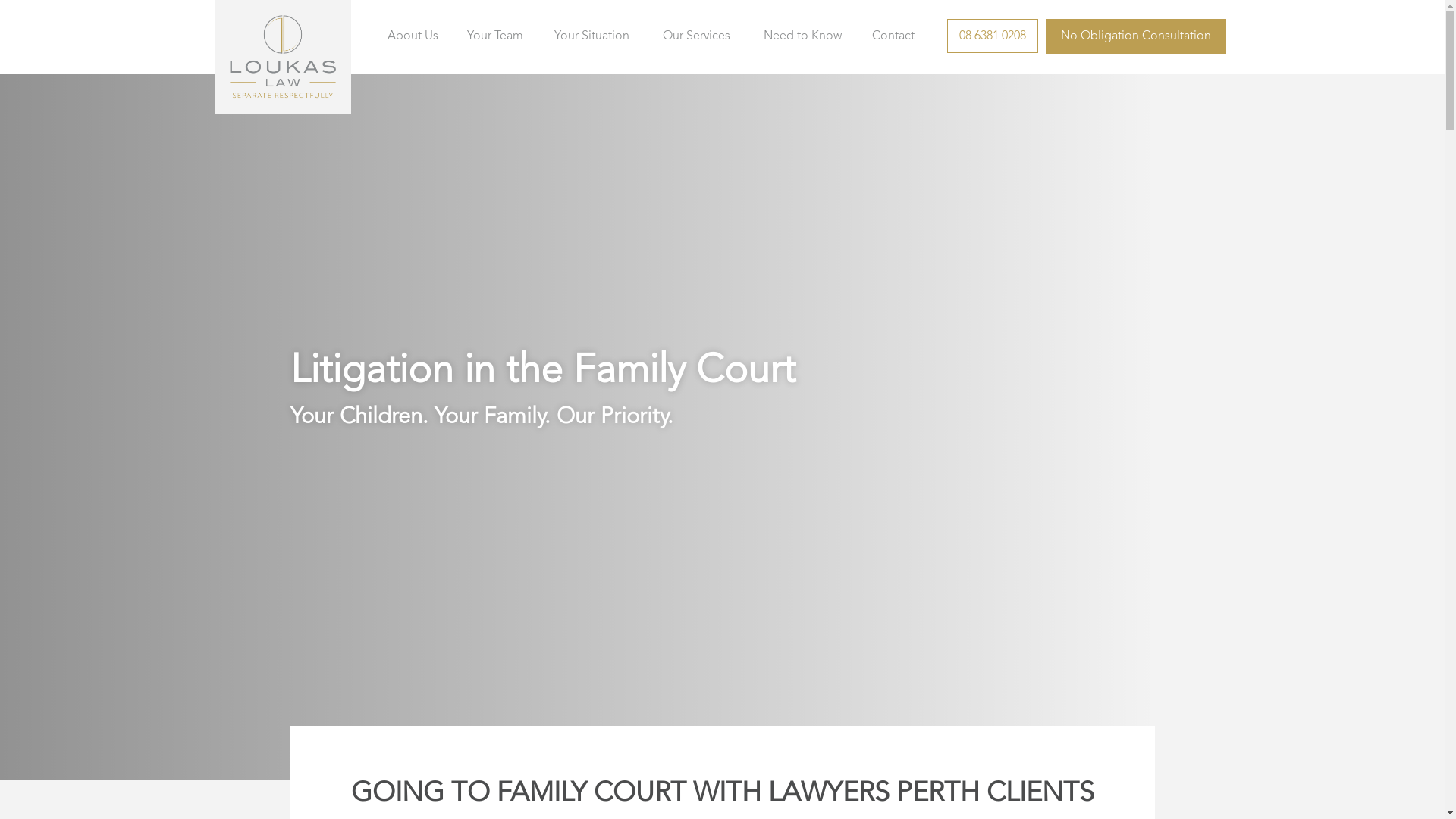  What do you see at coordinates (946, 35) in the screenshot?
I see `'08 6381 0208'` at bounding box center [946, 35].